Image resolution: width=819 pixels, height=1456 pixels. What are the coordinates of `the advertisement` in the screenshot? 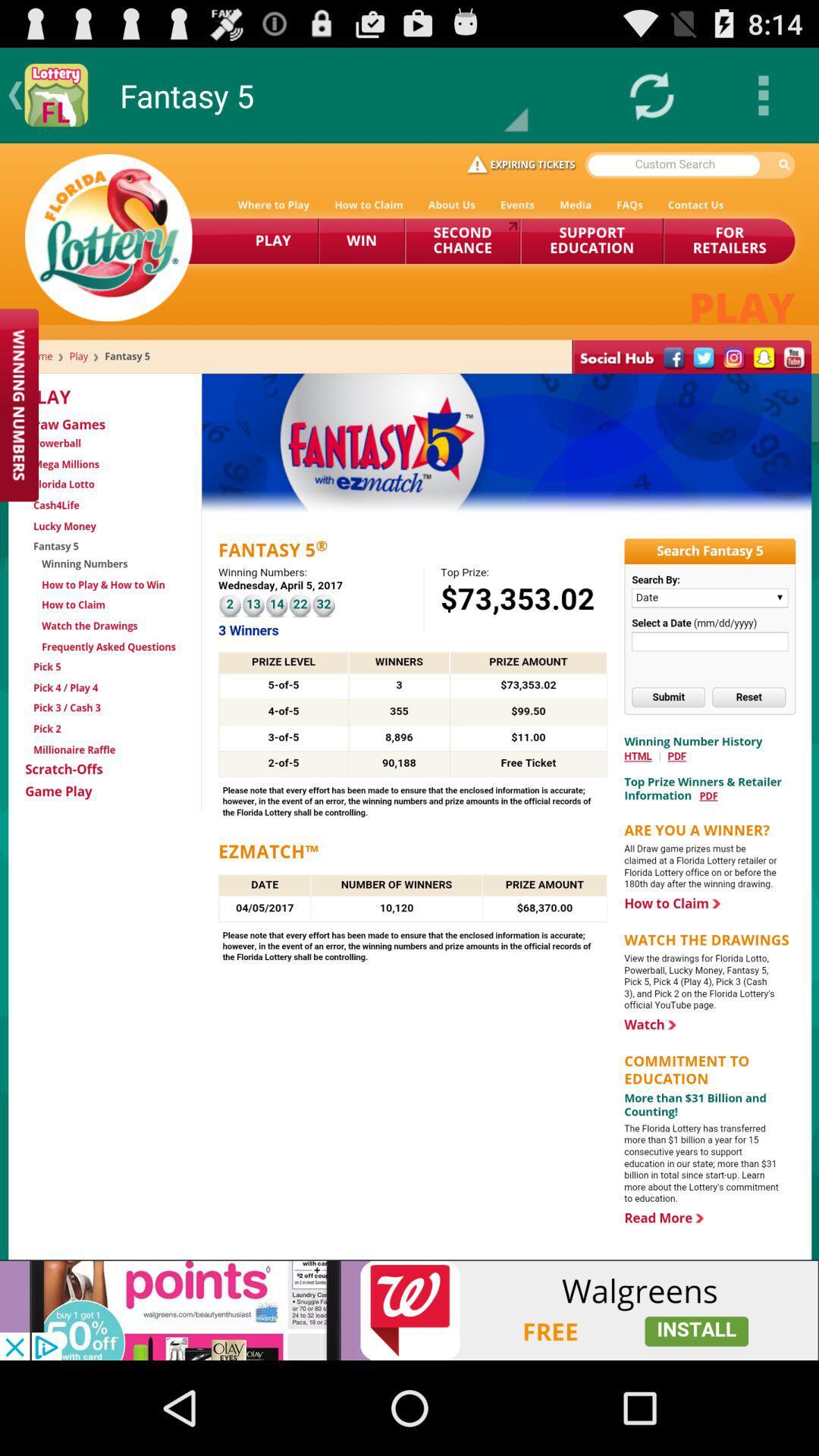 It's located at (409, 1310).